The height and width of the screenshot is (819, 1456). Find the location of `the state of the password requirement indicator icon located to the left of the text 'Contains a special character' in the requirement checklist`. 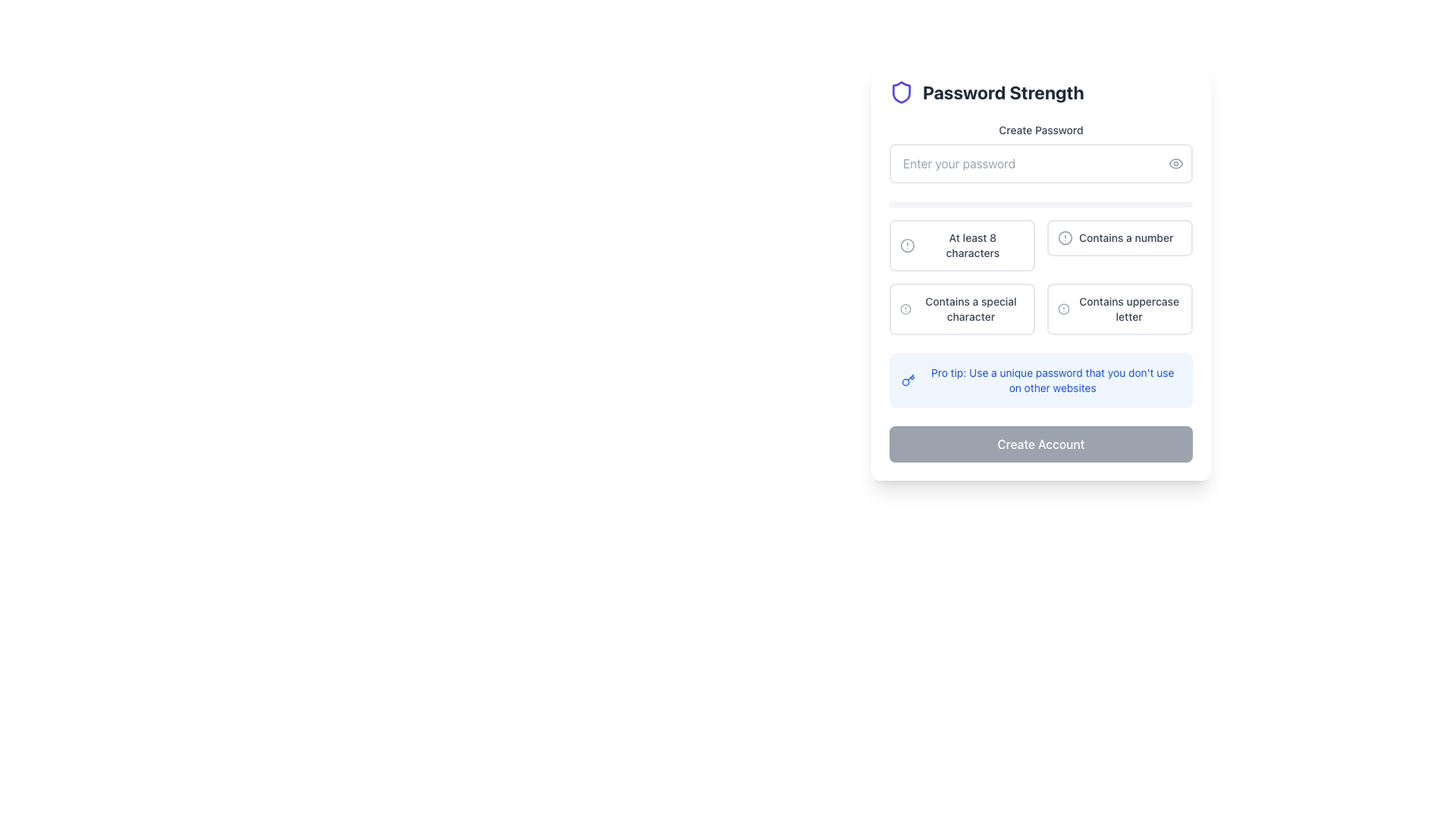

the state of the password requirement indicator icon located to the left of the text 'Contains a special character' in the requirement checklist is located at coordinates (905, 309).